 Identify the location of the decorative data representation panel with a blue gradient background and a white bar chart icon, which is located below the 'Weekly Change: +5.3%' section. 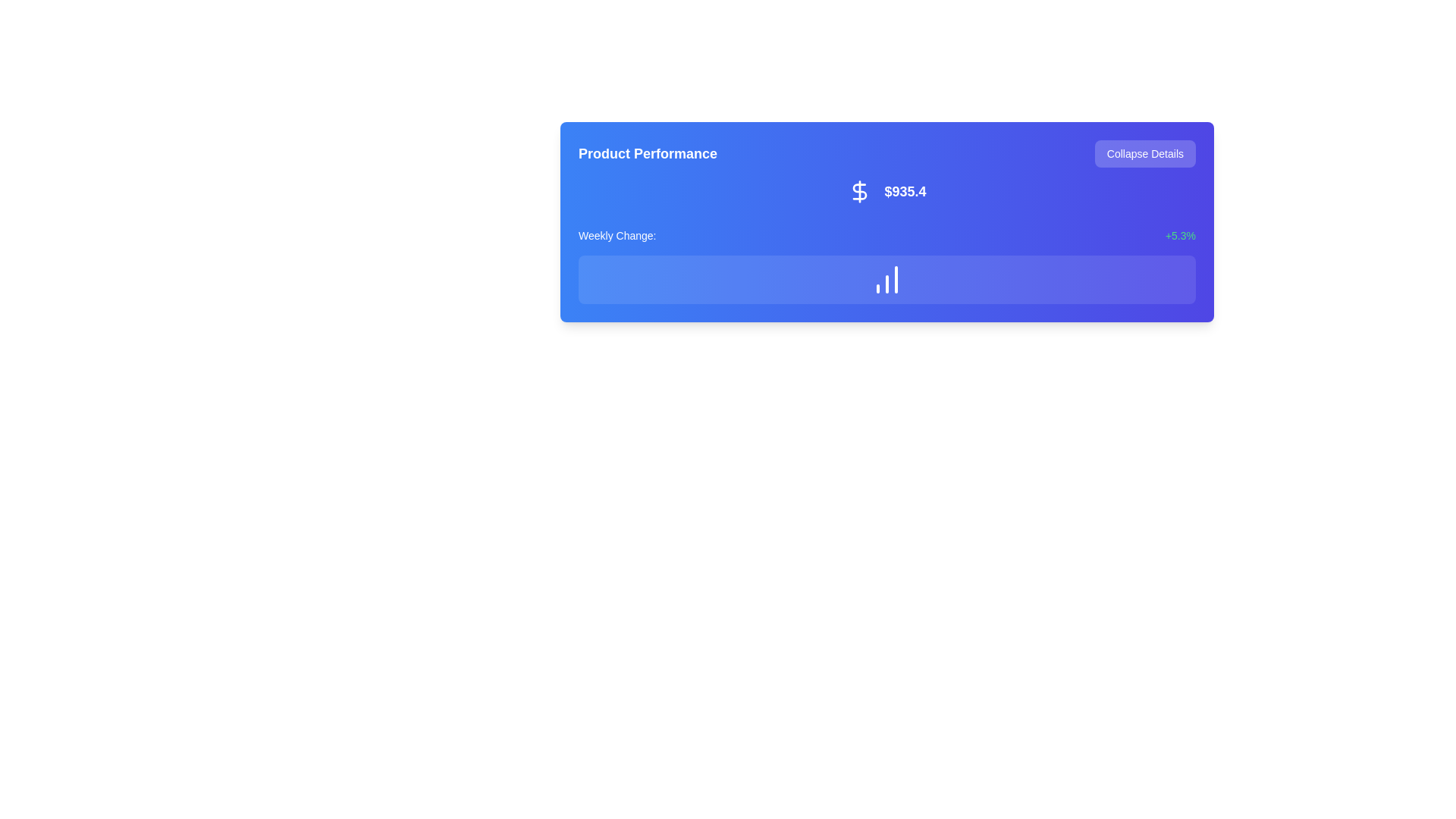
(887, 280).